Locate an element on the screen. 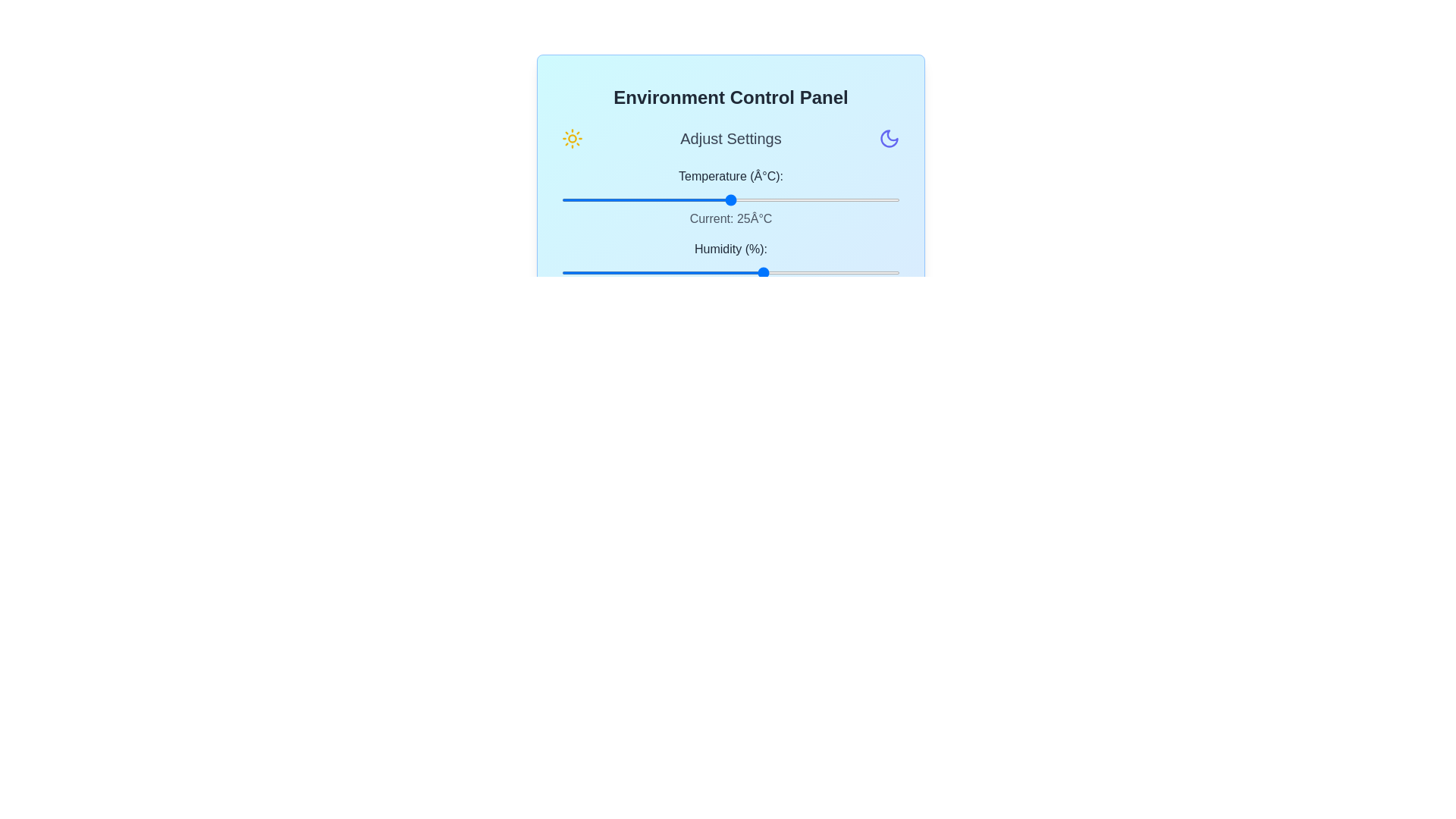  the temperature slider to set the temperature to 38°C is located at coordinates (818, 199).